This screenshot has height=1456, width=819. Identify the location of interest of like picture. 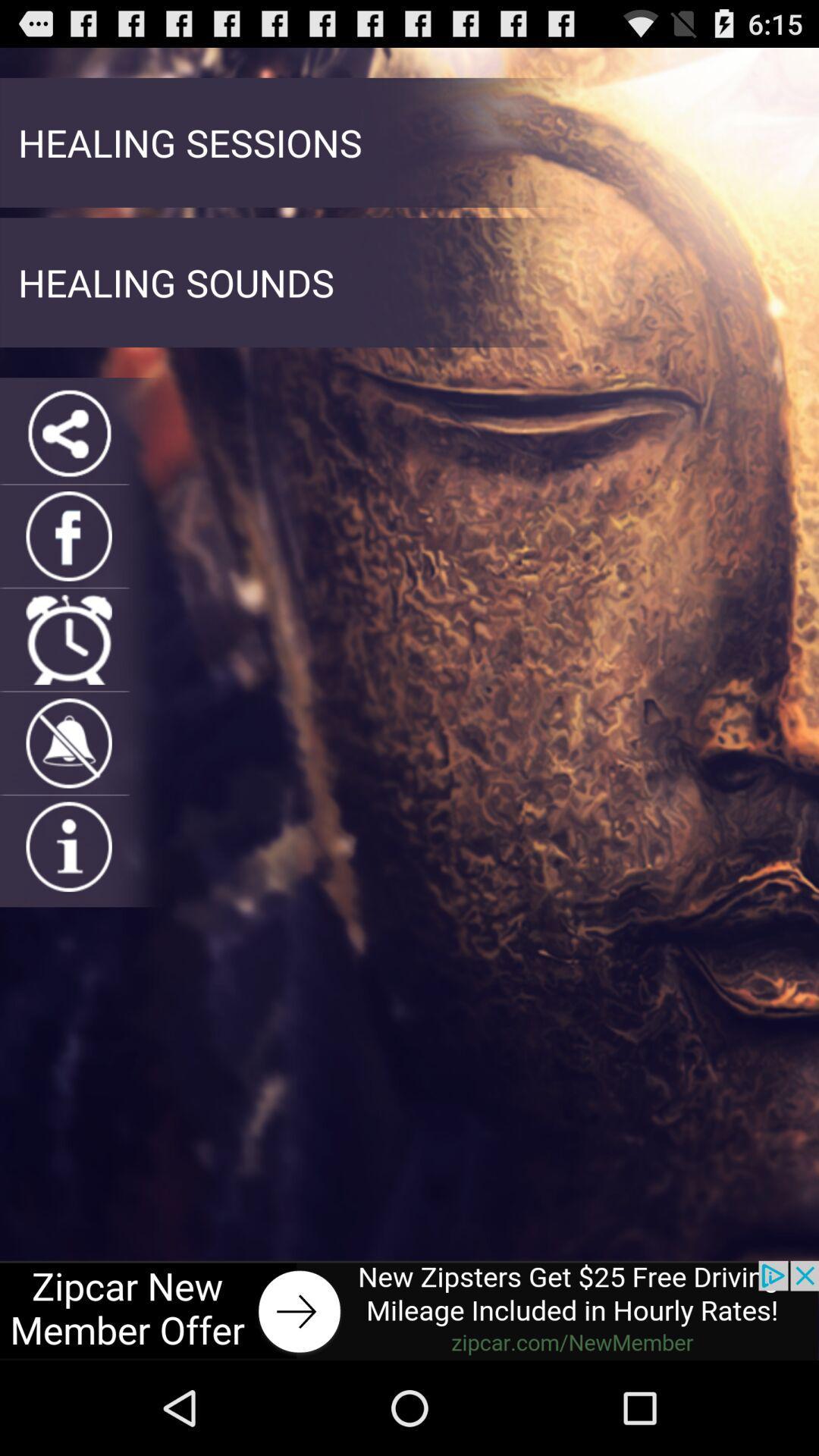
(69, 846).